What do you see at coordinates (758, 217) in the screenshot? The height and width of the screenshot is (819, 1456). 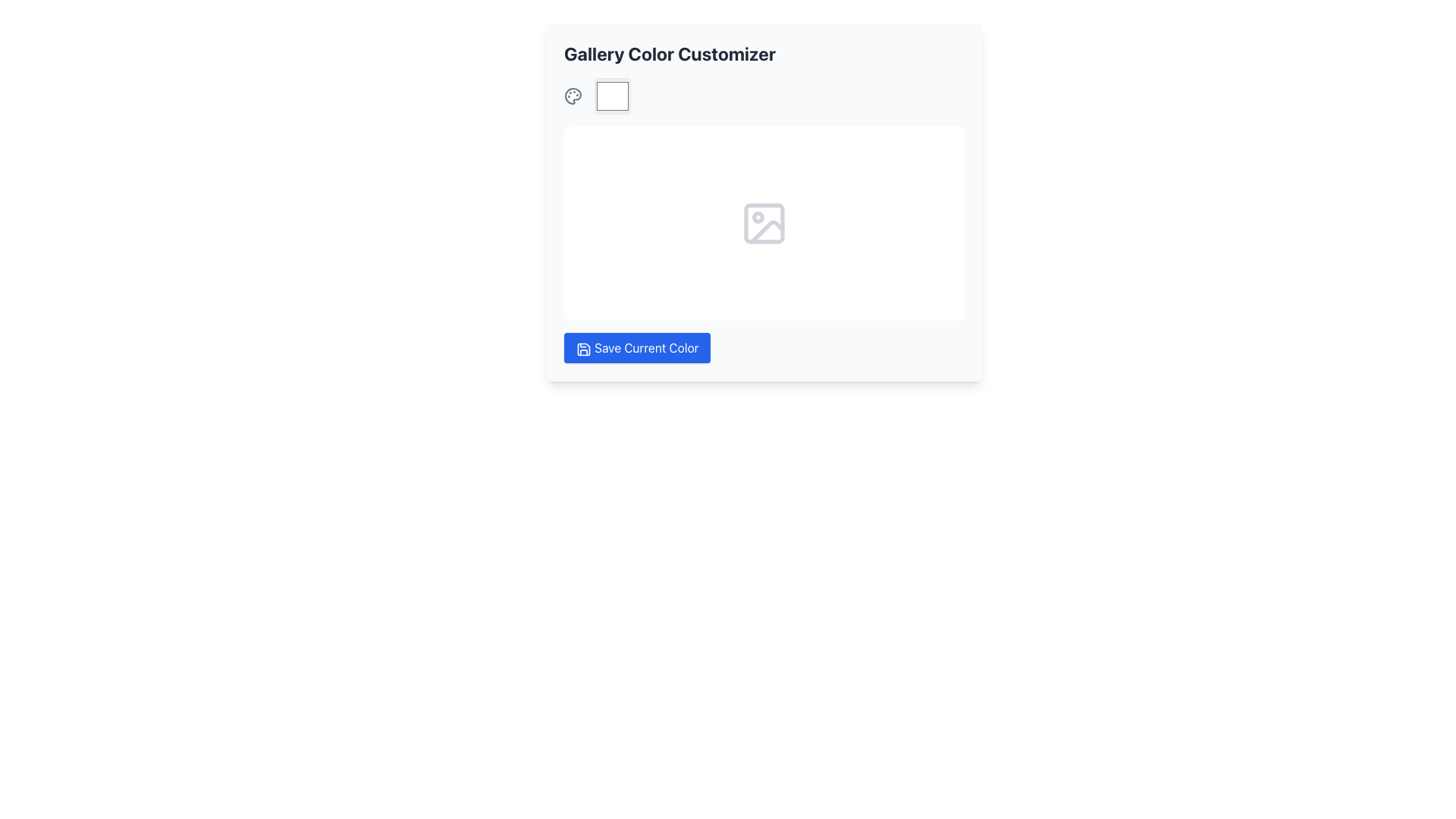 I see `the small circle located within the SVG graphic in the 'Gallery Color Customizer' panel, positioned near the top-left of the inner rectangular shape` at bounding box center [758, 217].